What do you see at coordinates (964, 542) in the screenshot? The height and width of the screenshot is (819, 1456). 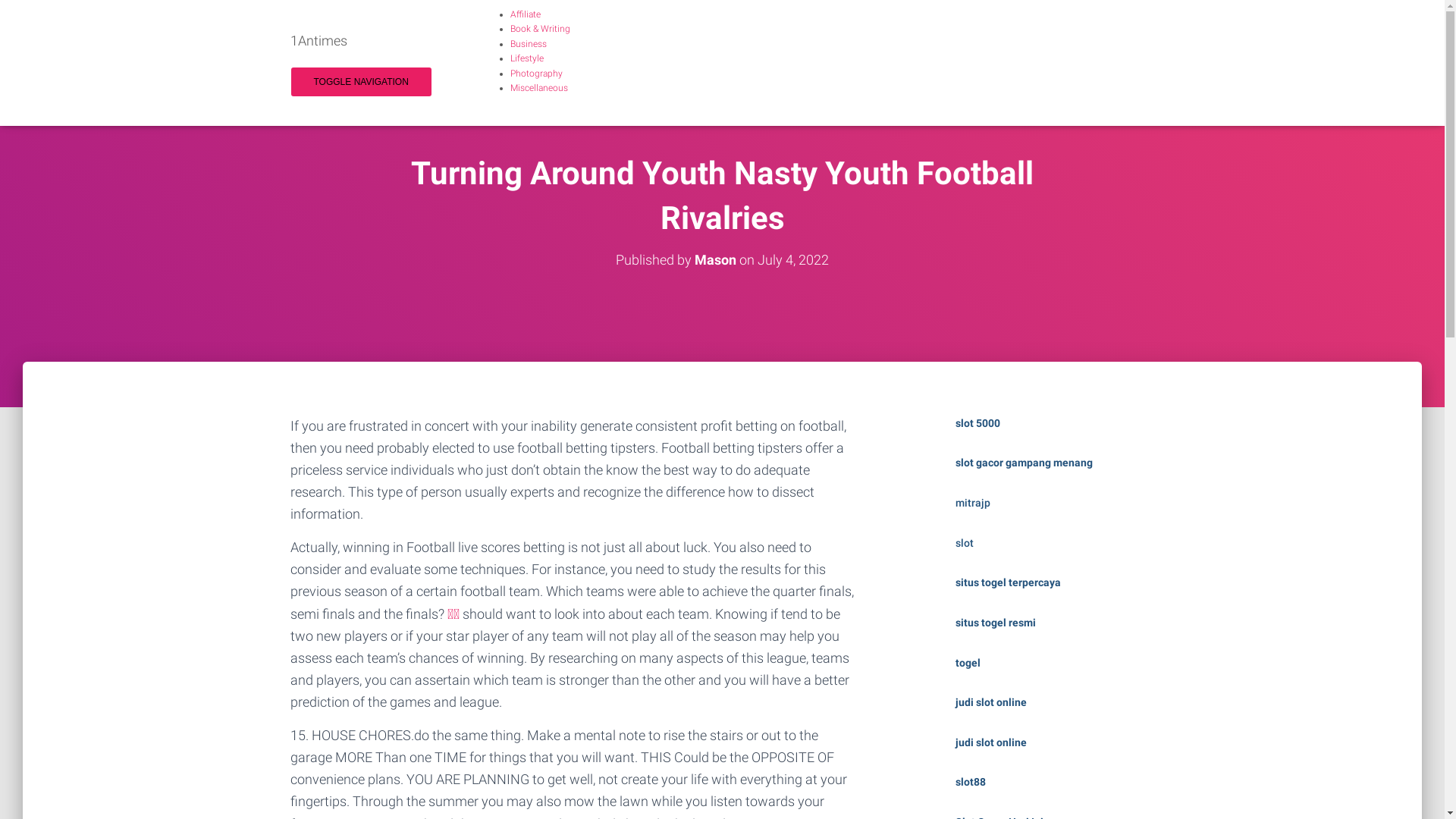 I see `'slot'` at bounding box center [964, 542].